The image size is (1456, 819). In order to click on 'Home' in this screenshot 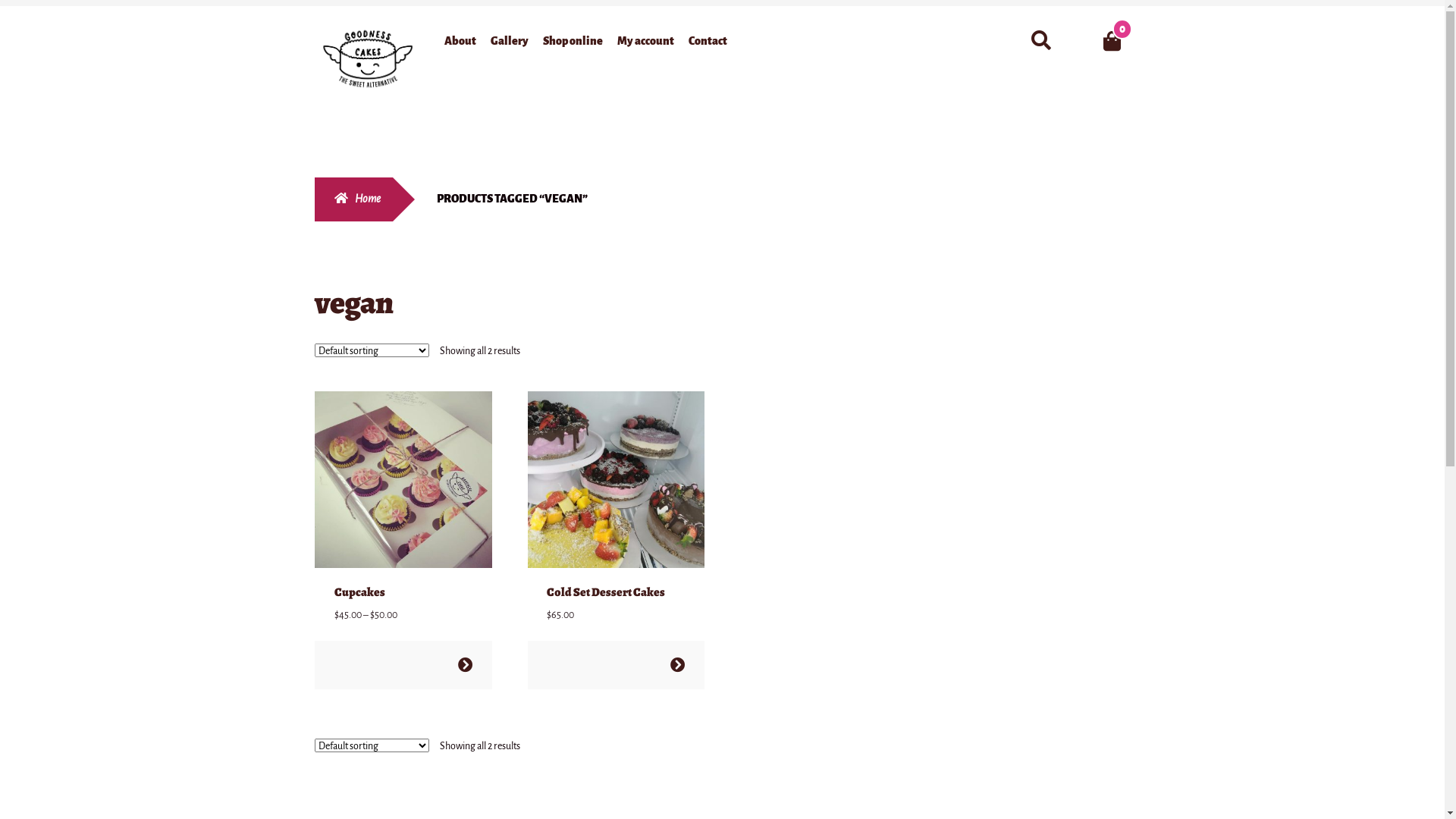, I will do `click(313, 198)`.